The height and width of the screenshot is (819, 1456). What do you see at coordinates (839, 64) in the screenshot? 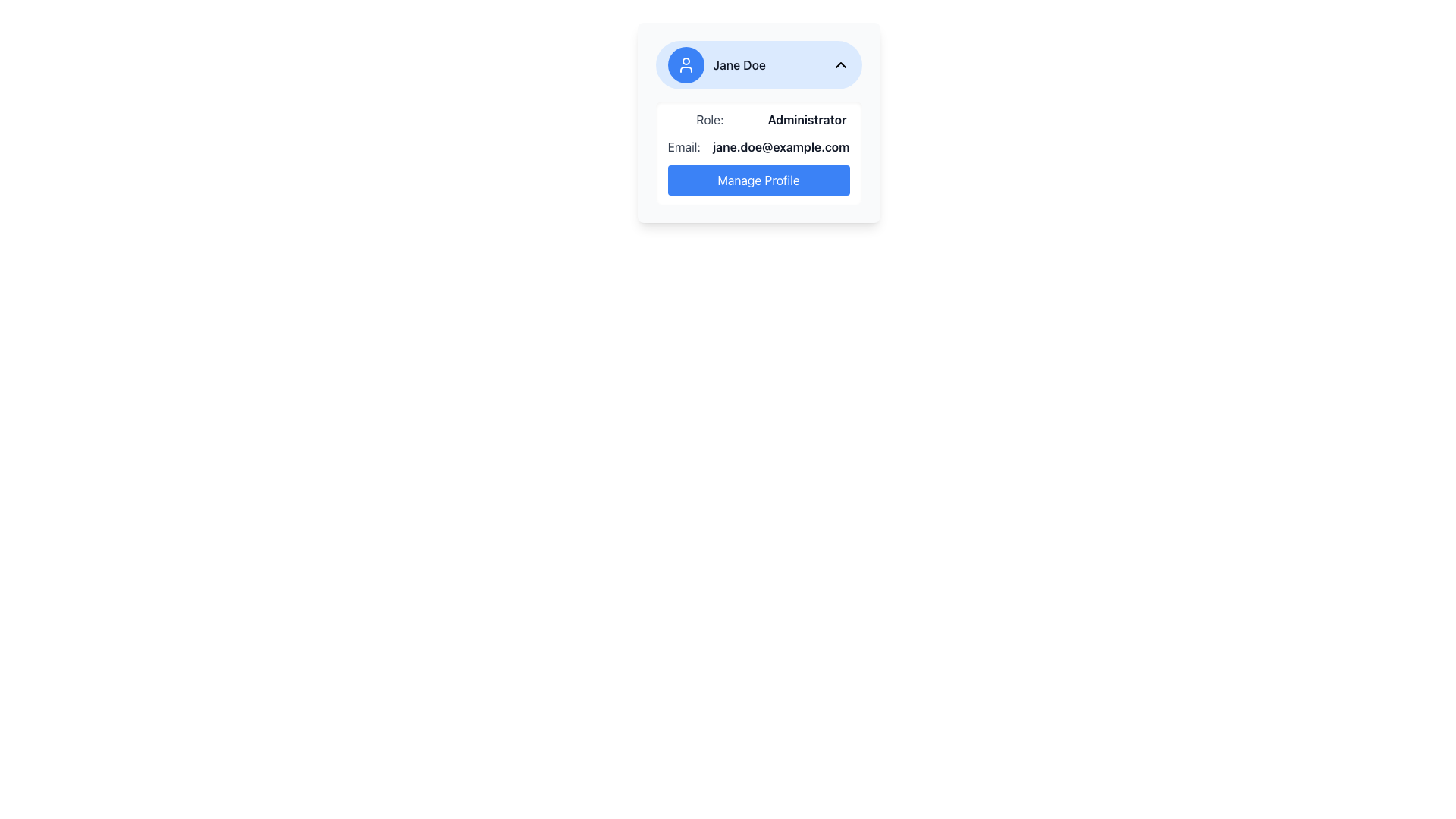
I see `the clickable chevron up icon located in the top-right corner of the profile section featuring 'Jane Doe'` at bounding box center [839, 64].